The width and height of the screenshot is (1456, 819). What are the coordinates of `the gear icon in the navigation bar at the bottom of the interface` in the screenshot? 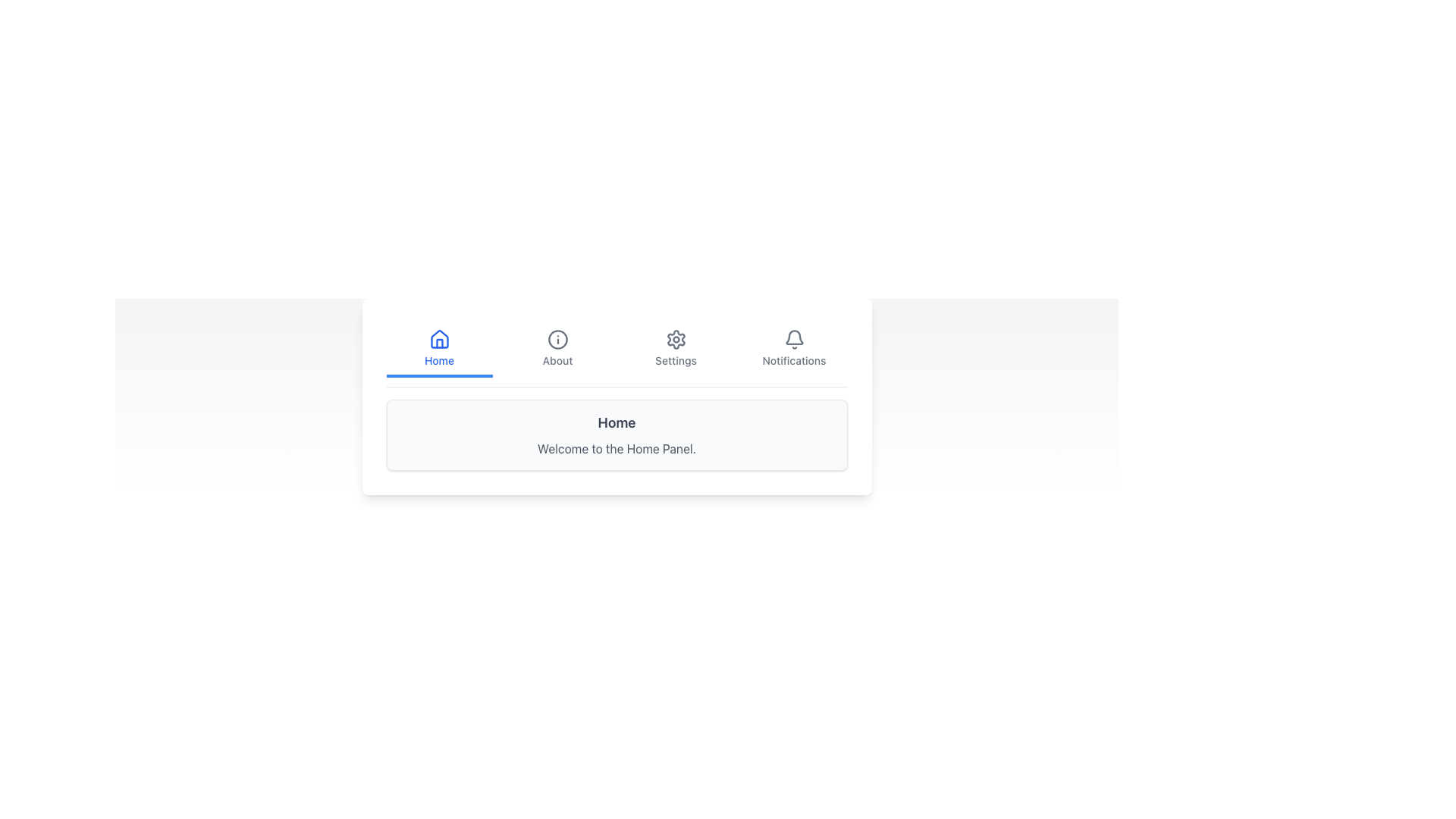 It's located at (675, 338).